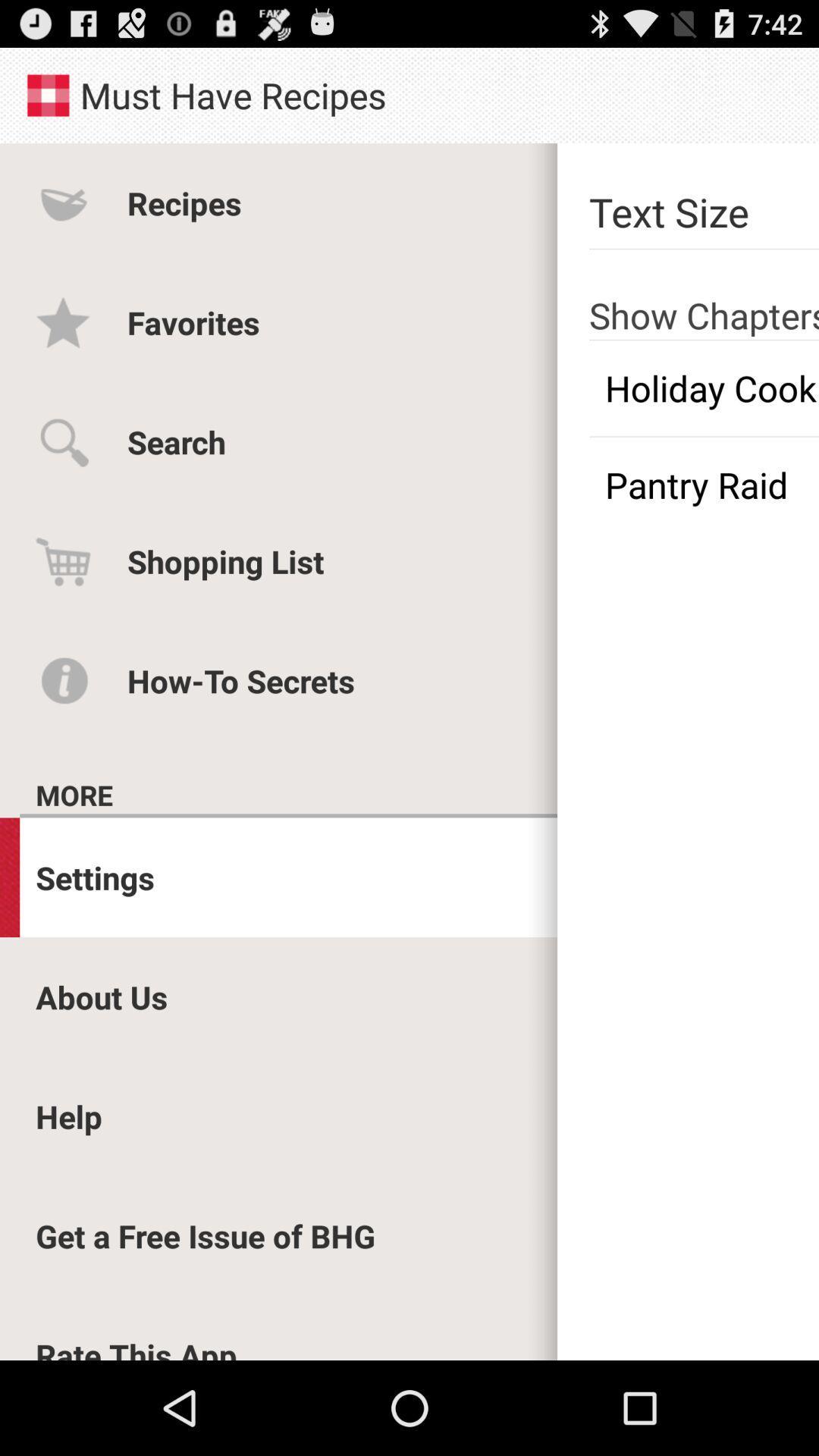 Image resolution: width=819 pixels, height=1456 pixels. What do you see at coordinates (704, 484) in the screenshot?
I see `icon to the right of shopping list` at bounding box center [704, 484].